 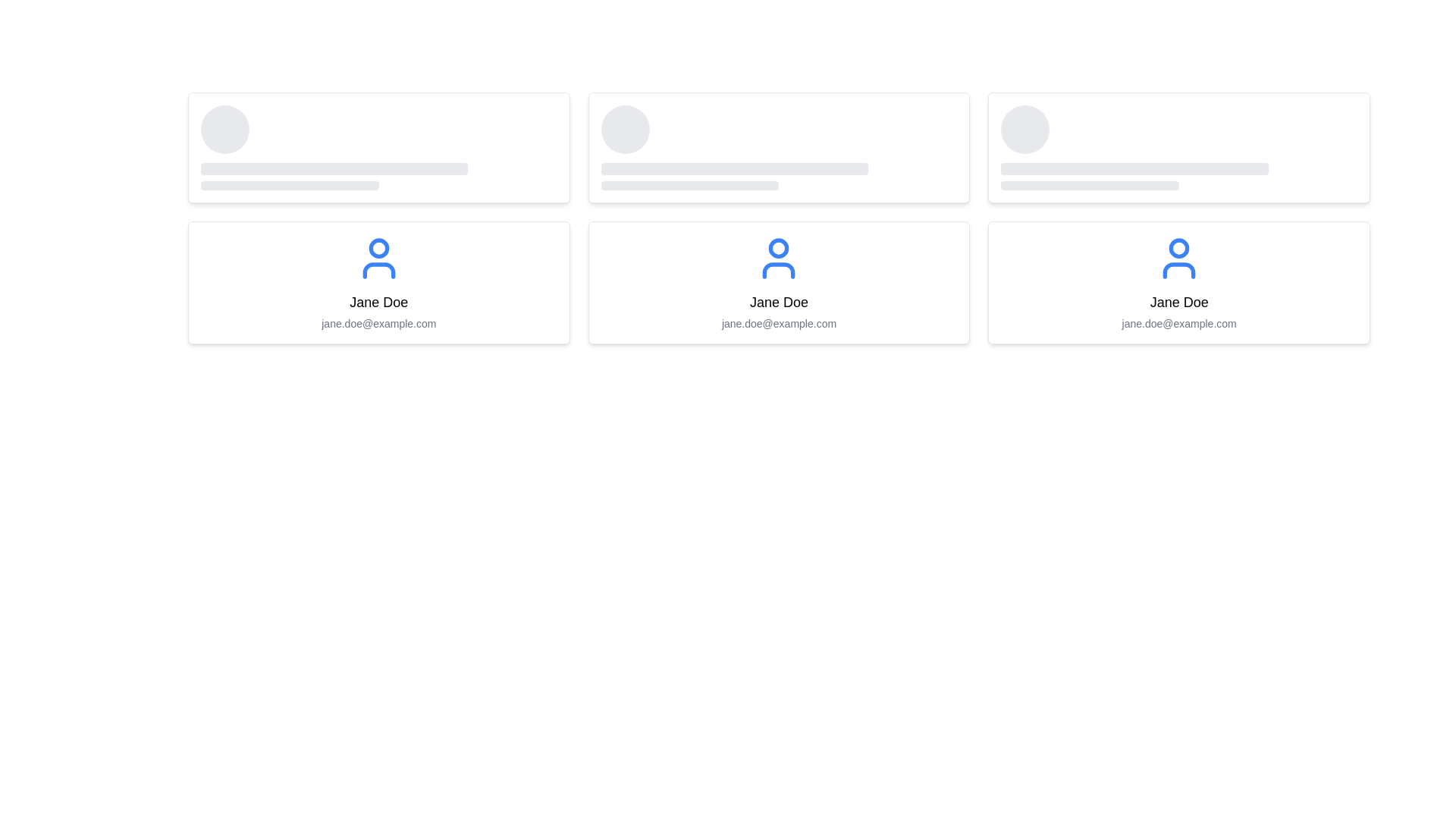 What do you see at coordinates (378, 323) in the screenshot?
I see `email address displayed as plain text in gray color, located beneath the name 'Jane Doe' in a card layout` at bounding box center [378, 323].